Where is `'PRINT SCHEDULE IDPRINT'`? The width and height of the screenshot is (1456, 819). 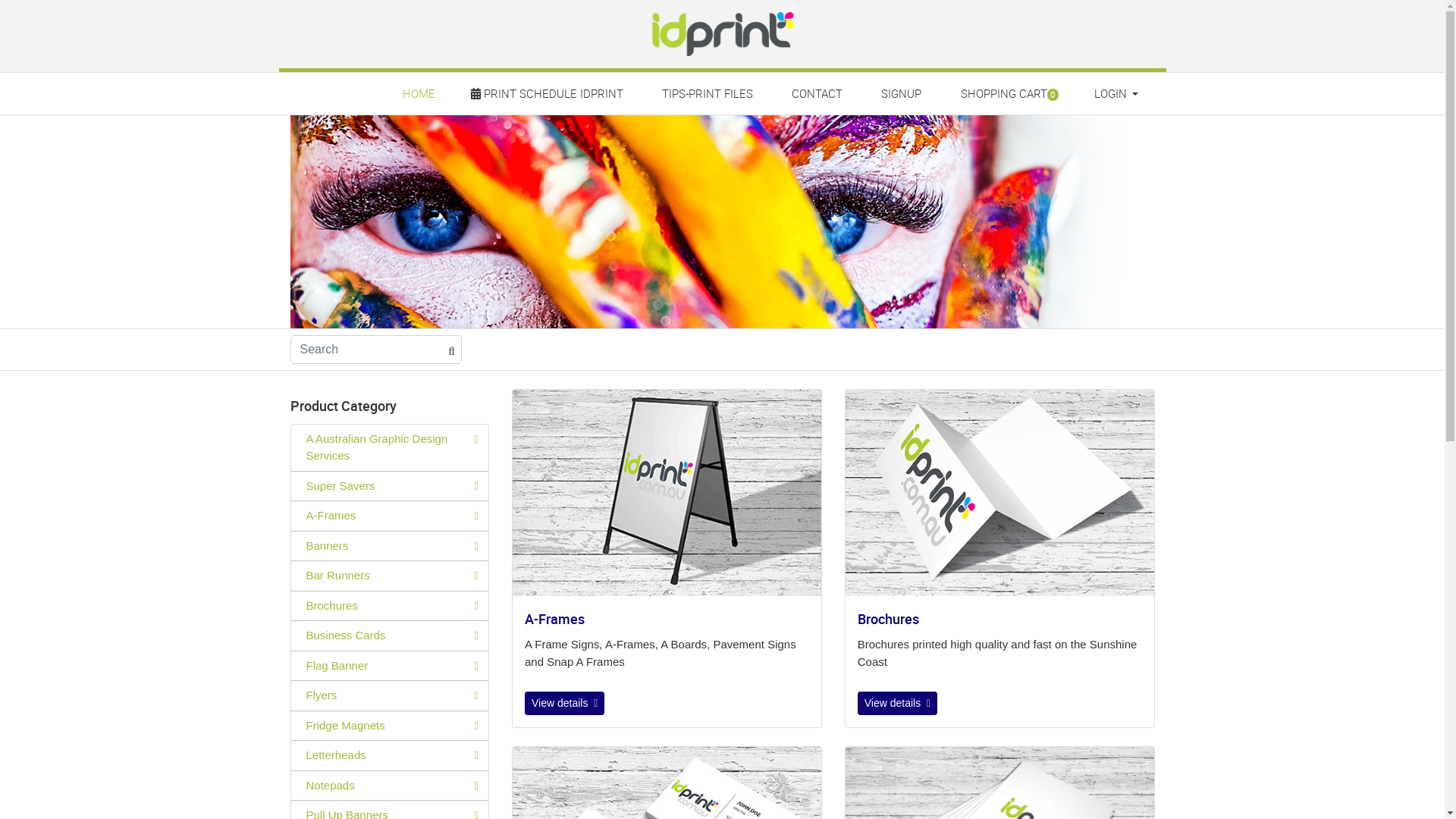
'PRINT SCHEDULE IDPRINT' is located at coordinates (548, 93).